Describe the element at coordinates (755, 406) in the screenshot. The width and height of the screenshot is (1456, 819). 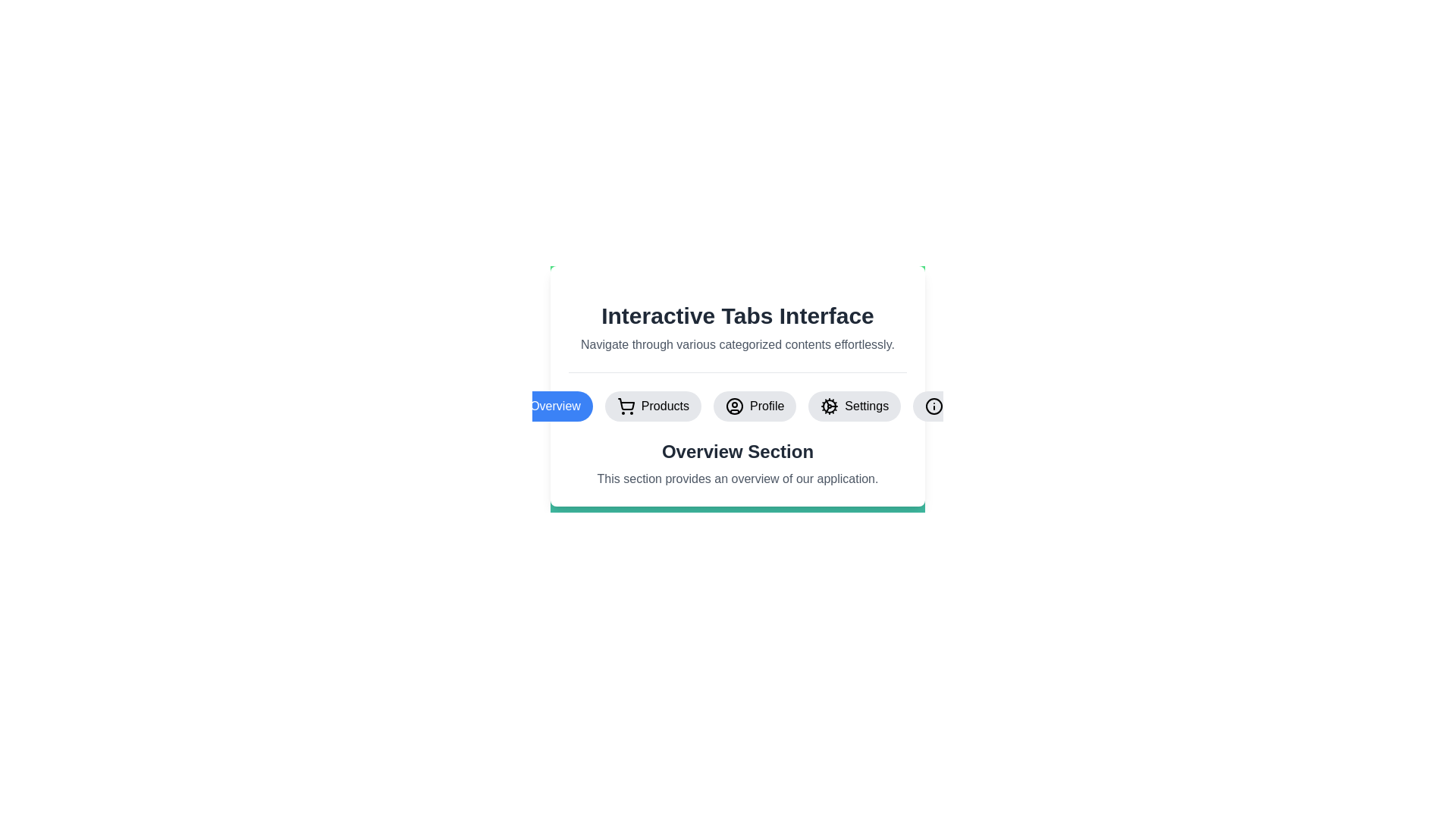
I see `the 'Profile' button with rounded edges and a light gray background located` at that location.